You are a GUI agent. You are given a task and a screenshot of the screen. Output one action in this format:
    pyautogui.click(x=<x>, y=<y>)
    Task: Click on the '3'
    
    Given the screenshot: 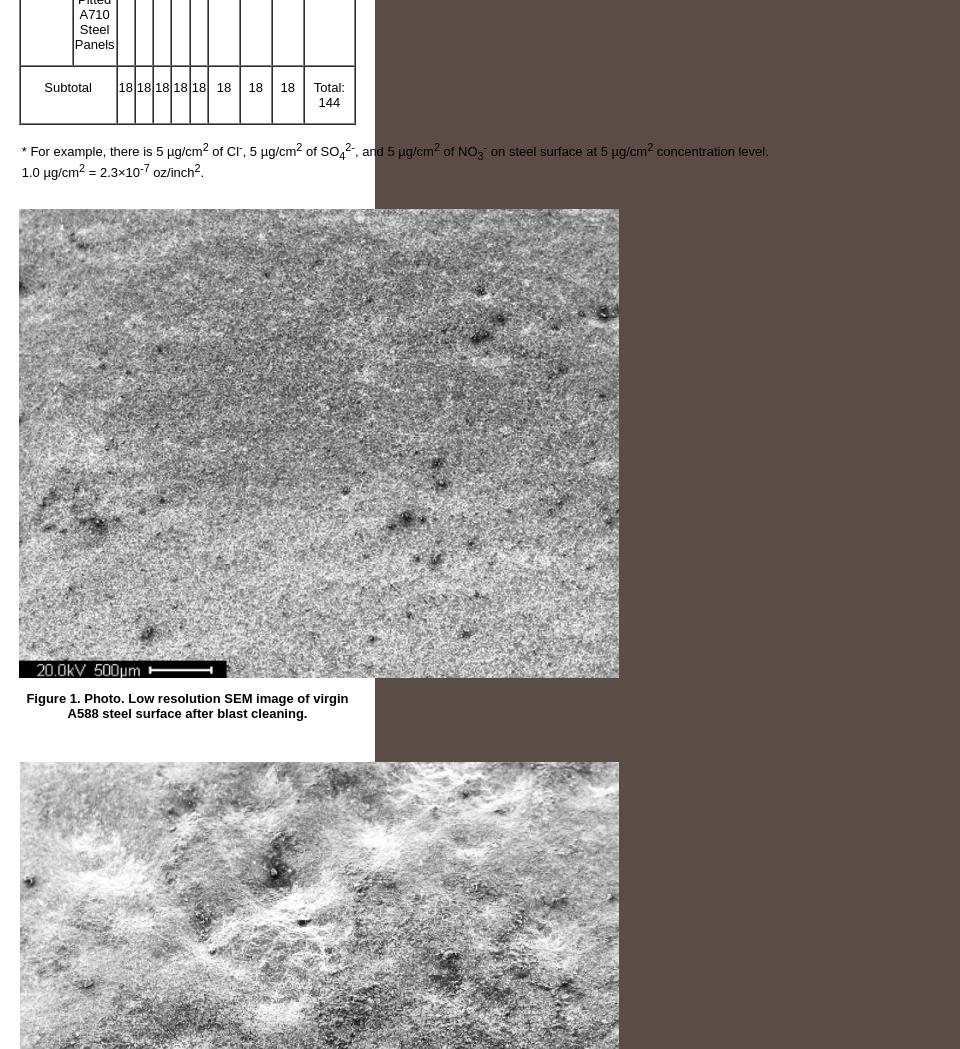 What is the action you would take?
    pyautogui.click(x=480, y=155)
    